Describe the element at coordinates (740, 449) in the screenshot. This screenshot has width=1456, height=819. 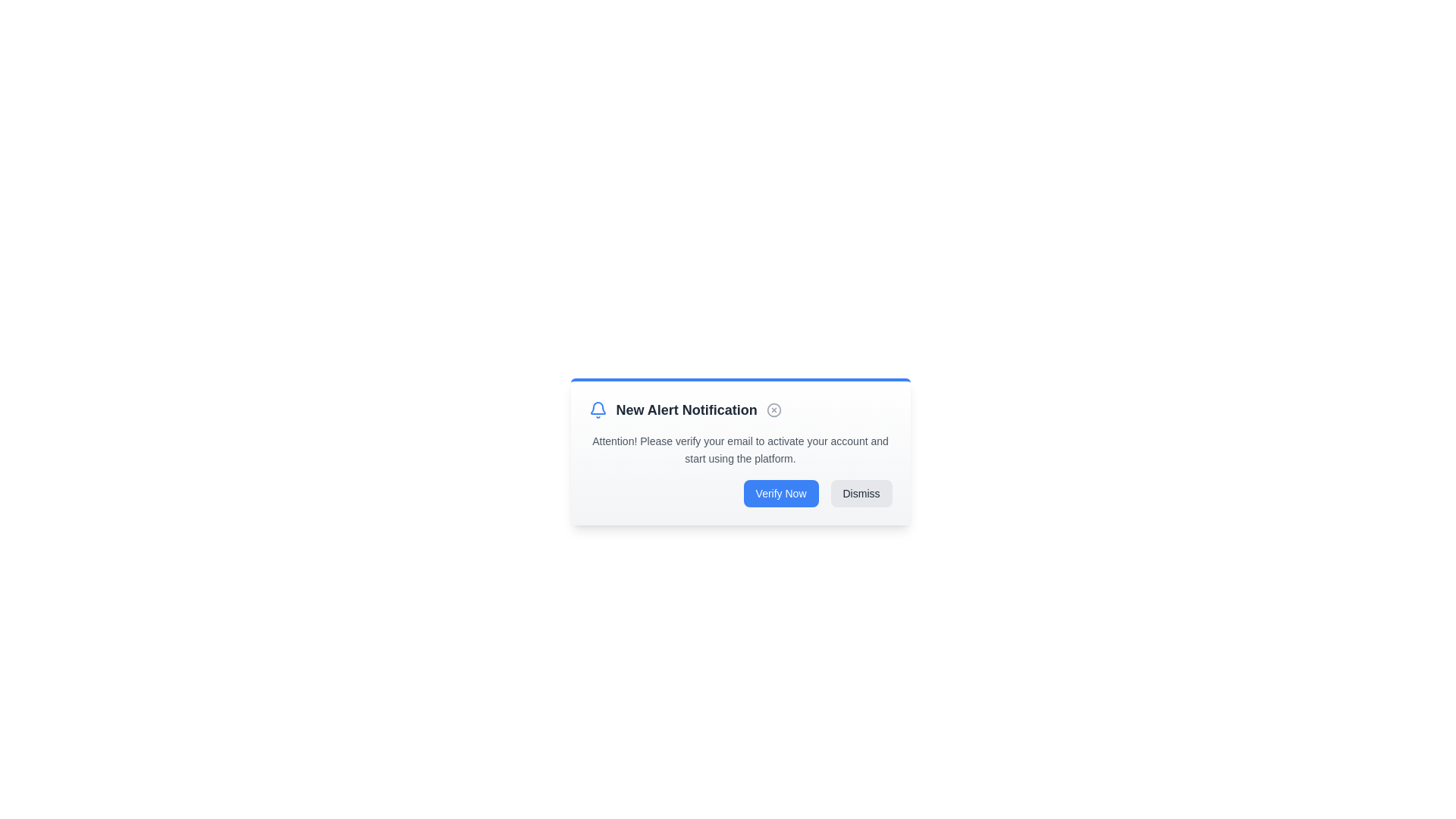
I see `the text element that informs the user to verify their email address, which is located below the heading 'New Alert Notification' and above the buttons 'Verify Now' and 'Dismiss'` at that location.